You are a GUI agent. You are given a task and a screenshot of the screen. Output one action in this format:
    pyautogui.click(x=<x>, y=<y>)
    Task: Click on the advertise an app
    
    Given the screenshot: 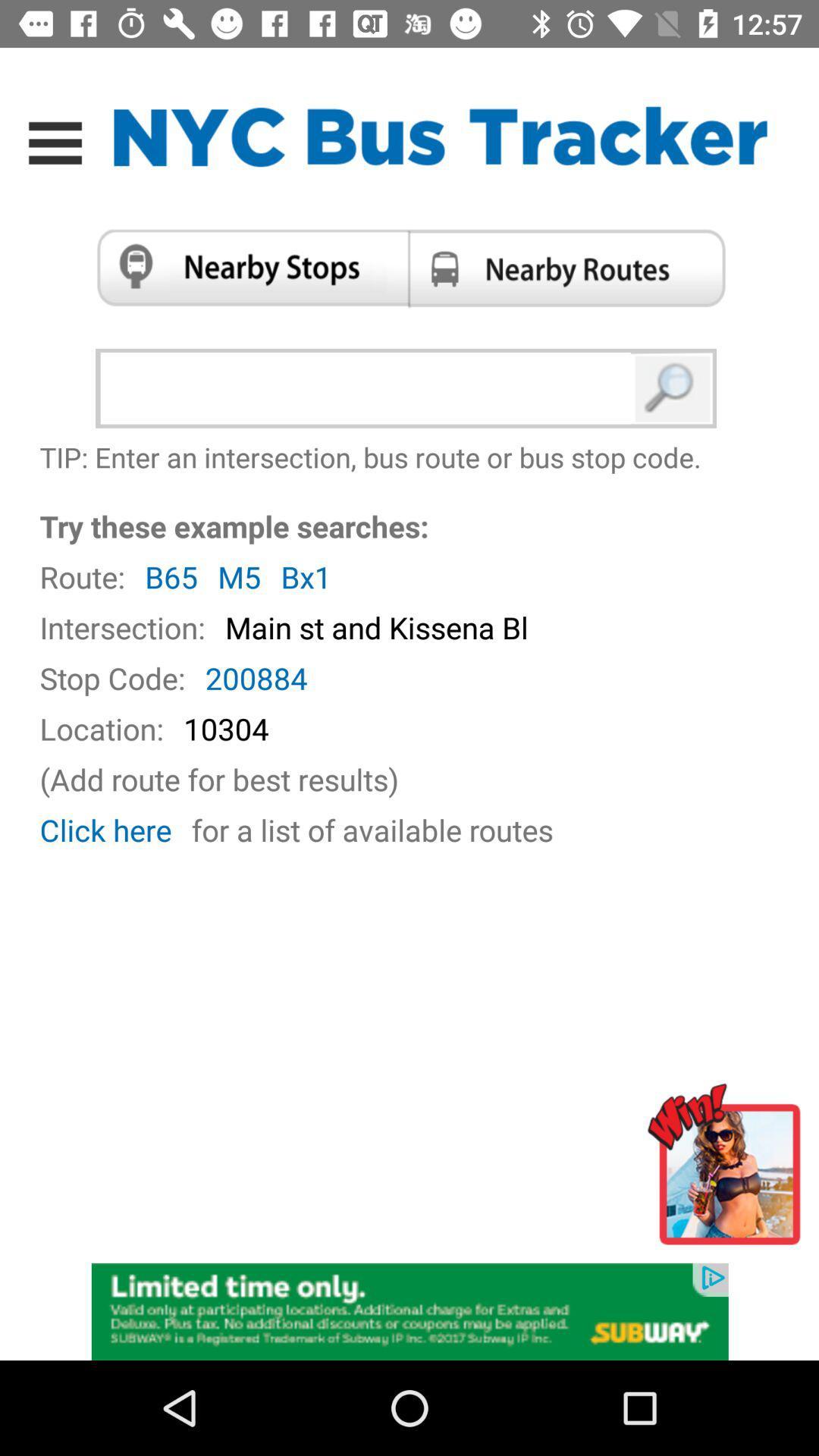 What is the action you would take?
    pyautogui.click(x=728, y=1170)
    